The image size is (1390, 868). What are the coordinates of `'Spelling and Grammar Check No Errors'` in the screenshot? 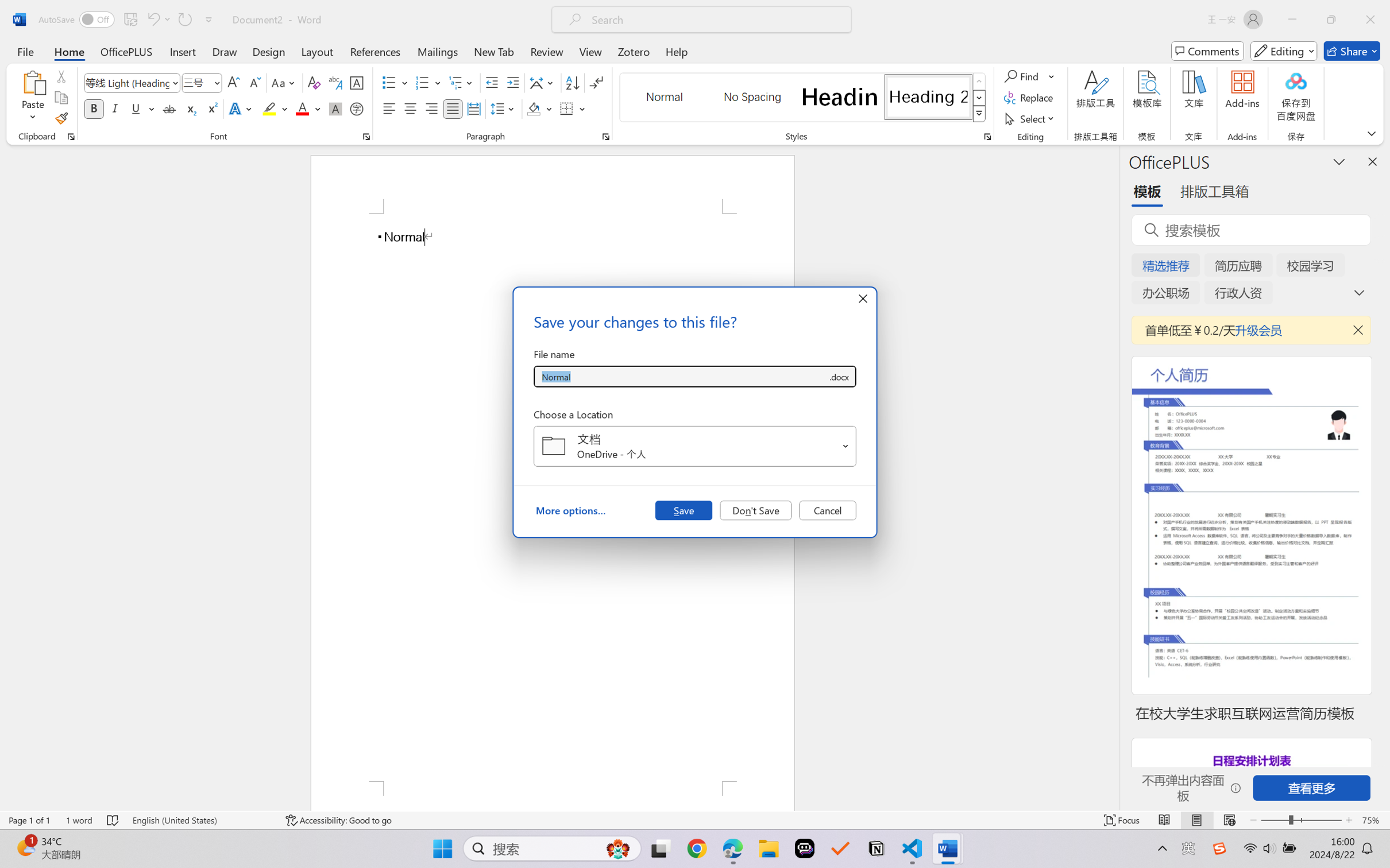 It's located at (113, 820).